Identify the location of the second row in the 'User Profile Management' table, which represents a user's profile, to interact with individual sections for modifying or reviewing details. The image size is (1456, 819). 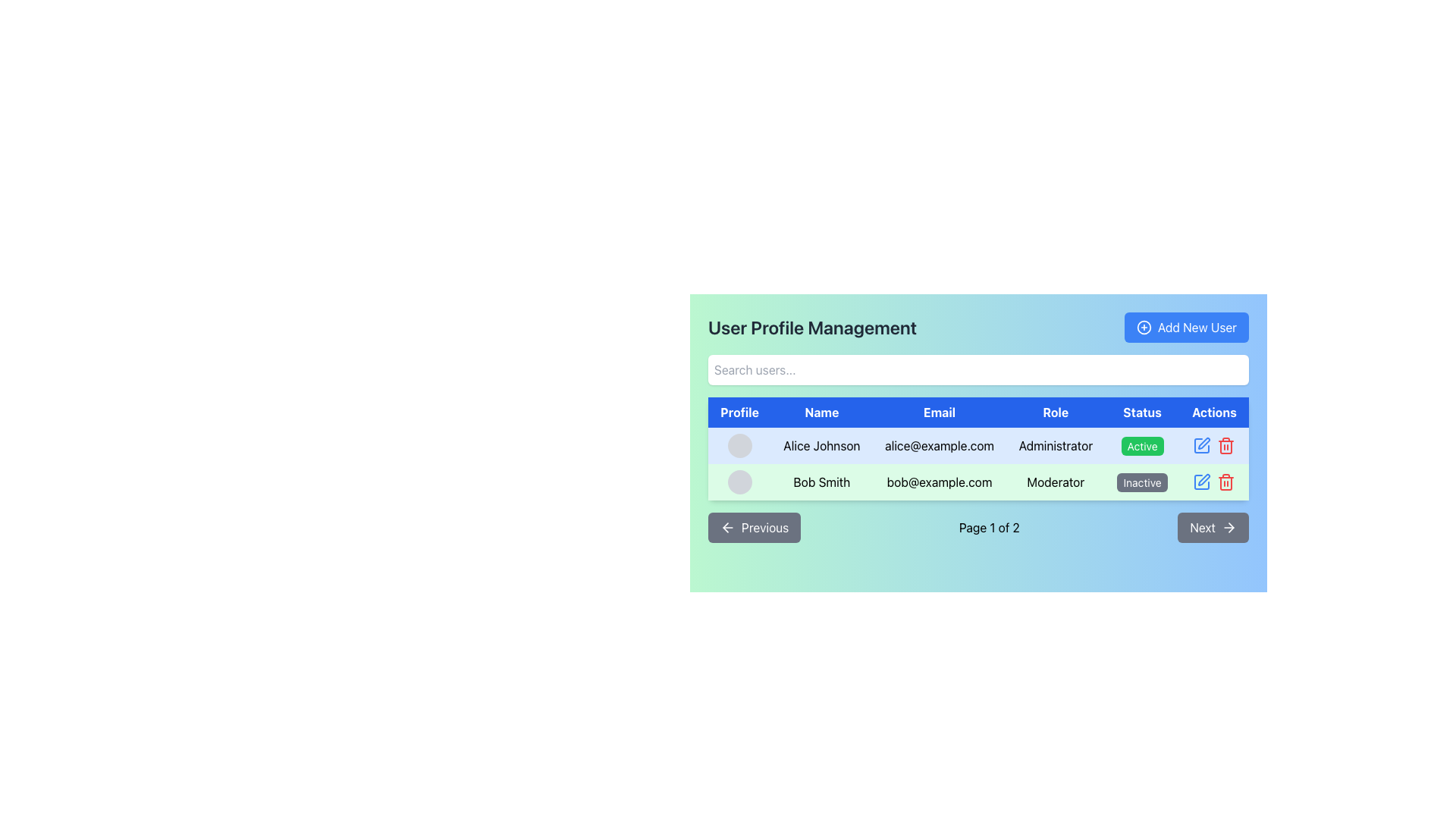
(978, 482).